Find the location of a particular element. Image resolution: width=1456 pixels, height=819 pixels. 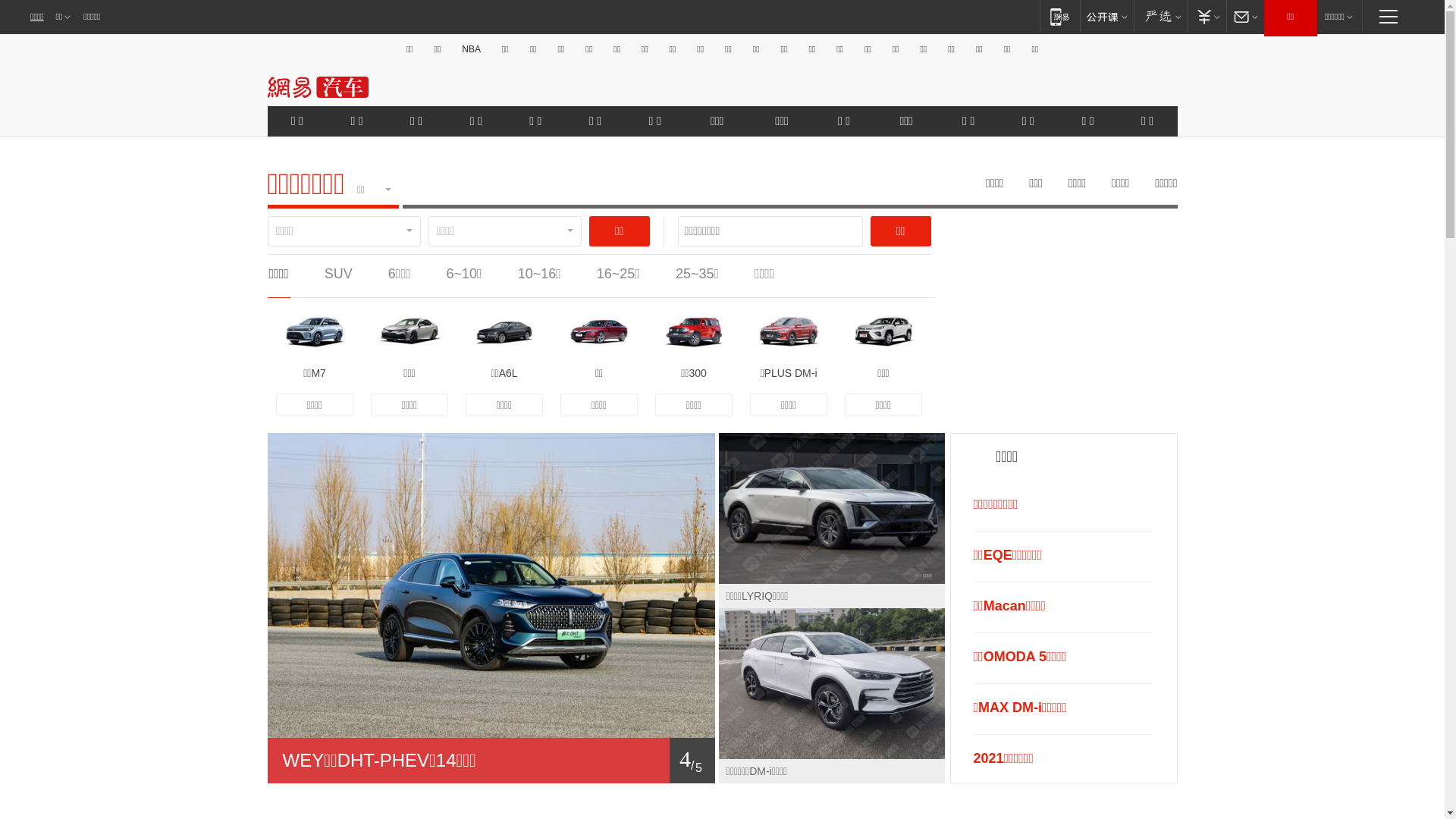

'SUV' is located at coordinates (337, 274).